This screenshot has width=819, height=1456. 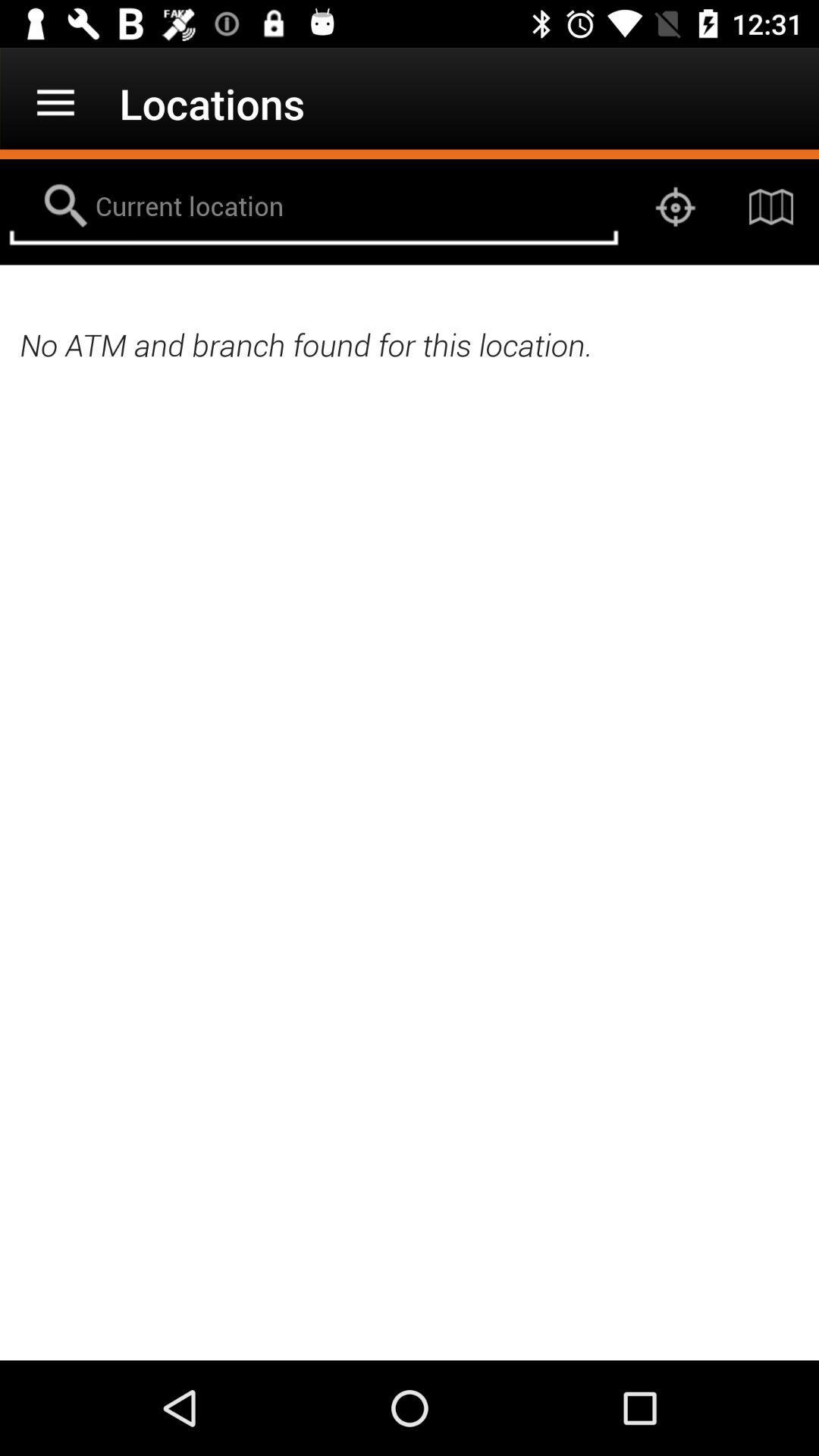 I want to click on the item next to the locations app, so click(x=55, y=102).